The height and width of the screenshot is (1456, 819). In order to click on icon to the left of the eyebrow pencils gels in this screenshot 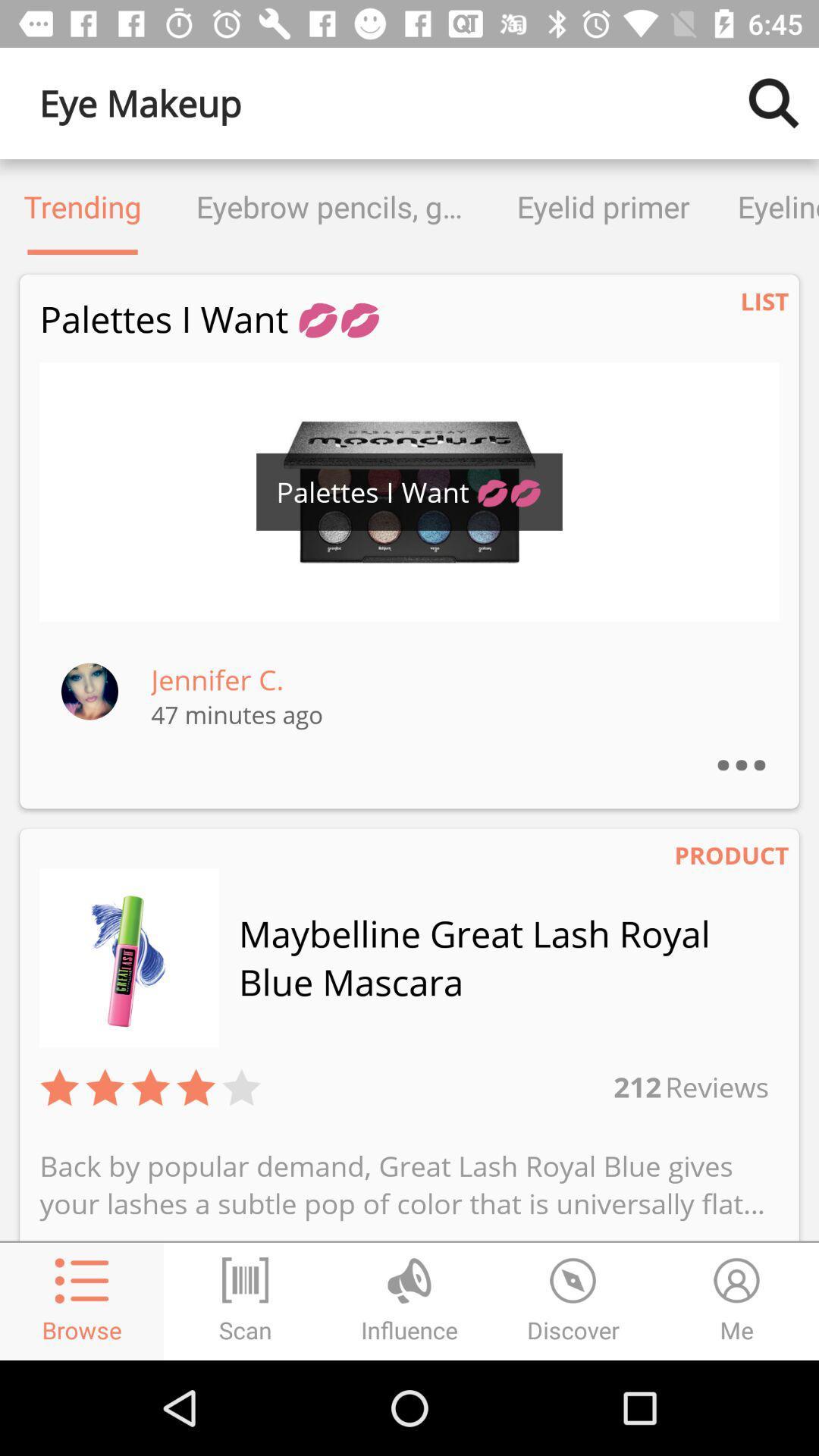, I will do `click(83, 206)`.